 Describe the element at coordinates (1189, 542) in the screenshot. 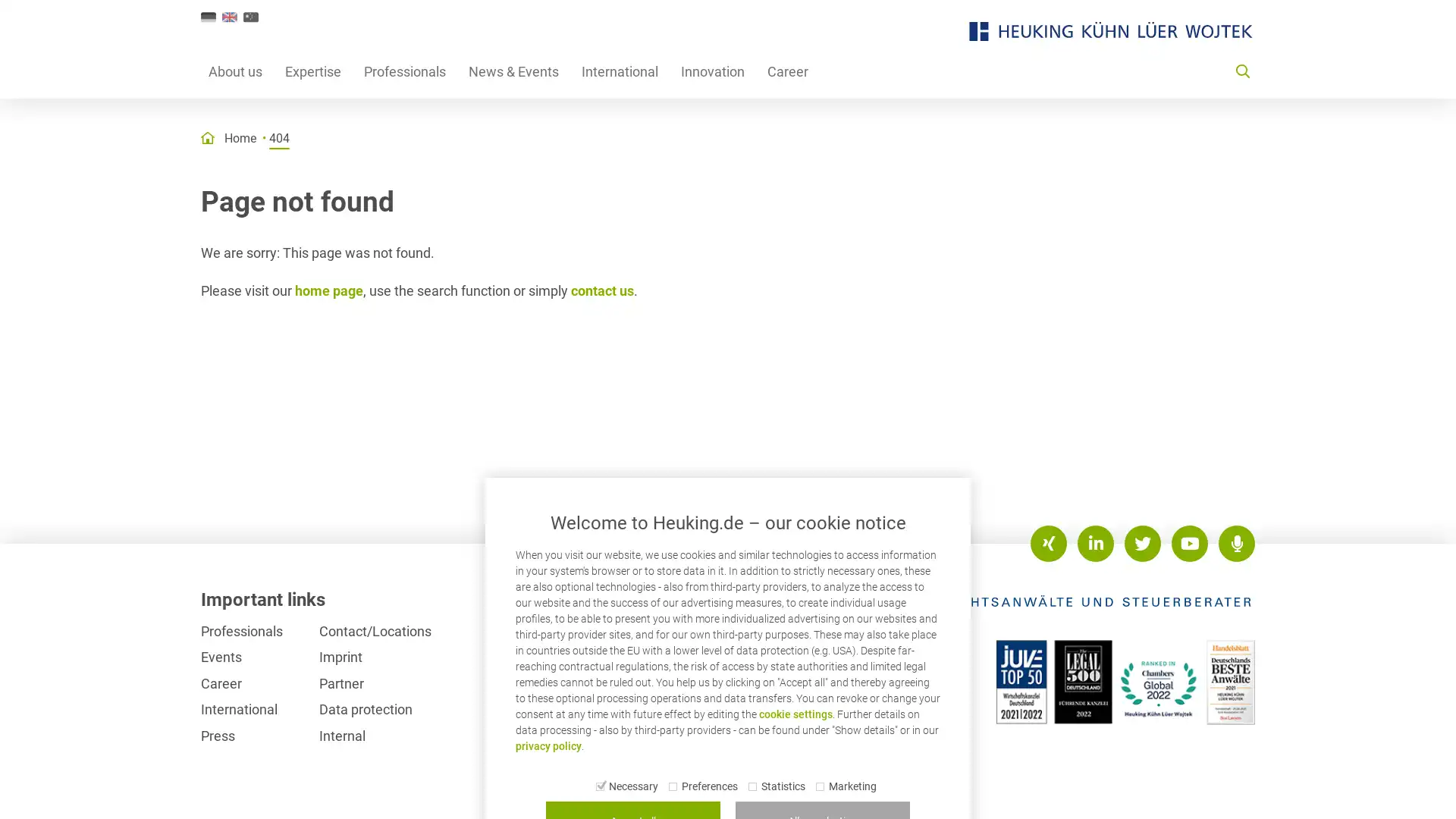

I see `Youtube` at that location.